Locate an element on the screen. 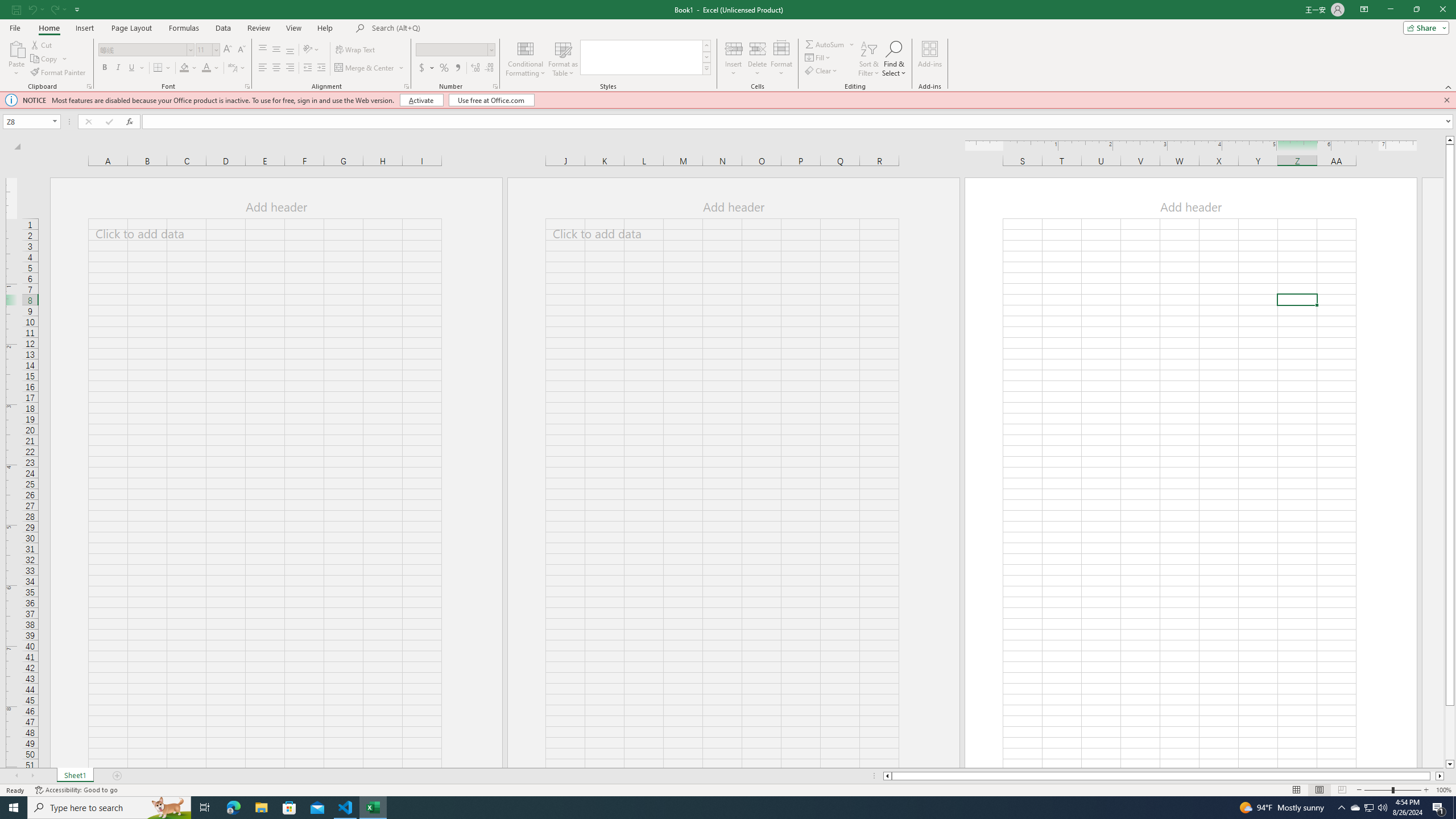 The image size is (1456, 819). 'Delete' is located at coordinates (758, 59).